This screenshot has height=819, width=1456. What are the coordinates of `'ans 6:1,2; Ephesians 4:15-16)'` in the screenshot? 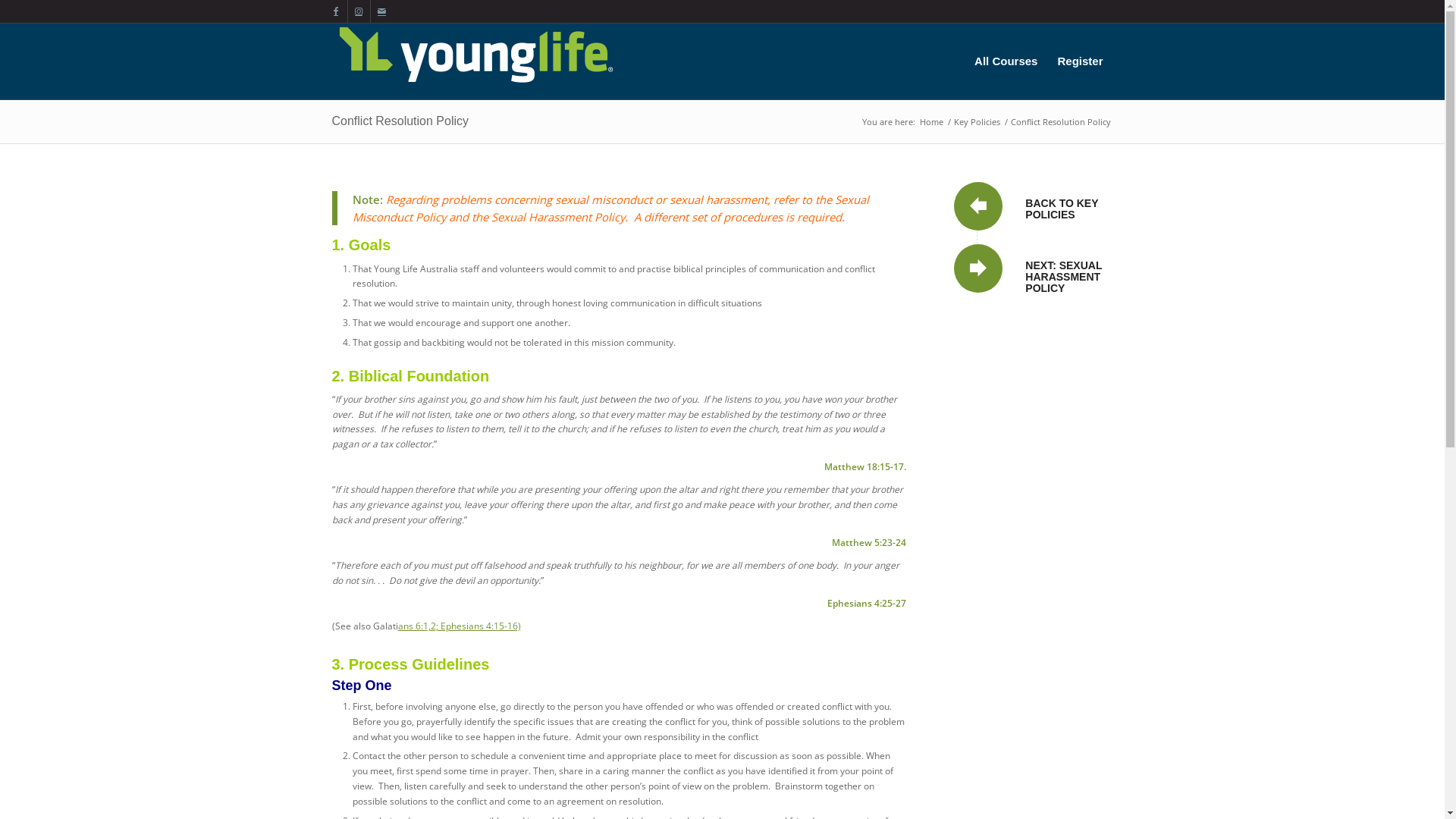 It's located at (397, 625).